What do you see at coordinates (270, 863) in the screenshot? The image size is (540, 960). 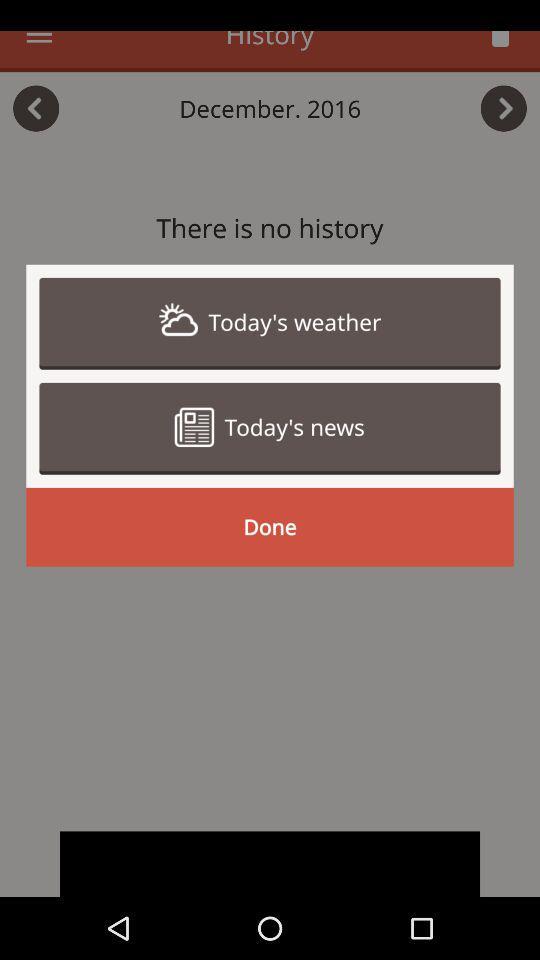 I see `the item at the bottom` at bounding box center [270, 863].